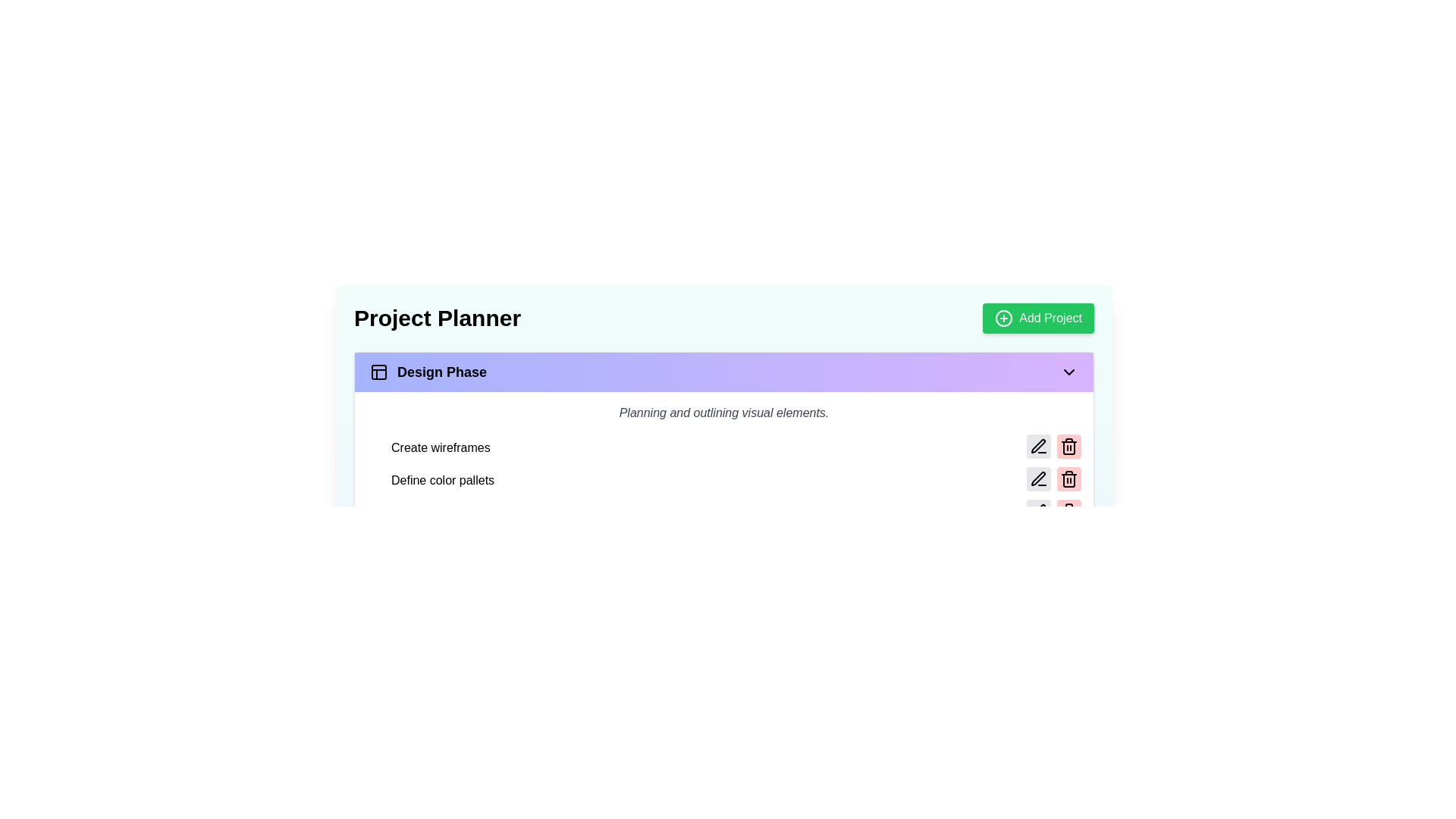 Image resolution: width=1456 pixels, height=819 pixels. Describe the element at coordinates (436, 318) in the screenshot. I see `the bold text label reading 'Project Planner' located at the top-left section of the interface, which indicates its importance as a title or heading` at that location.